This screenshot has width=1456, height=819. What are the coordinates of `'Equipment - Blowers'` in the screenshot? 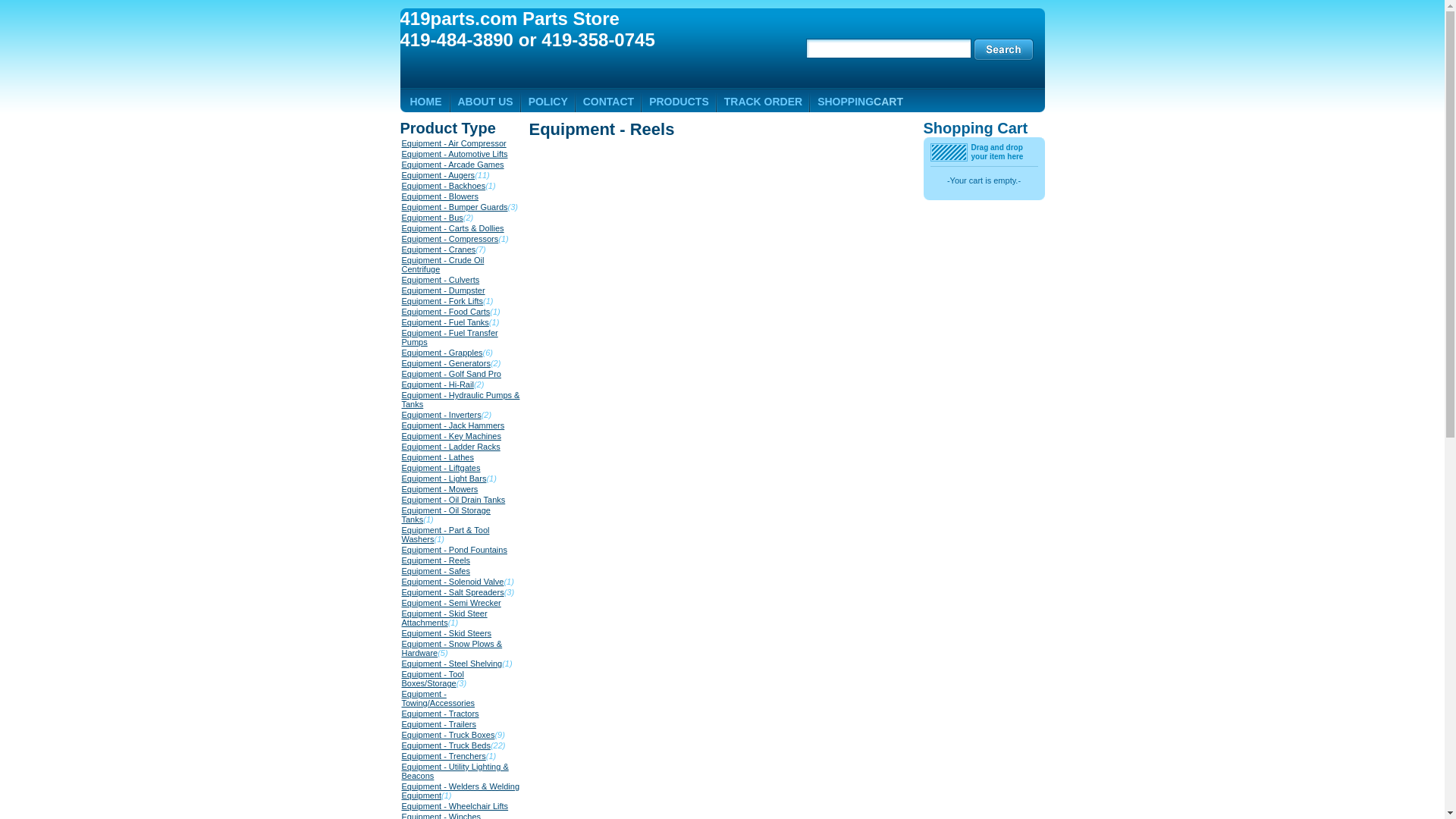 It's located at (401, 195).